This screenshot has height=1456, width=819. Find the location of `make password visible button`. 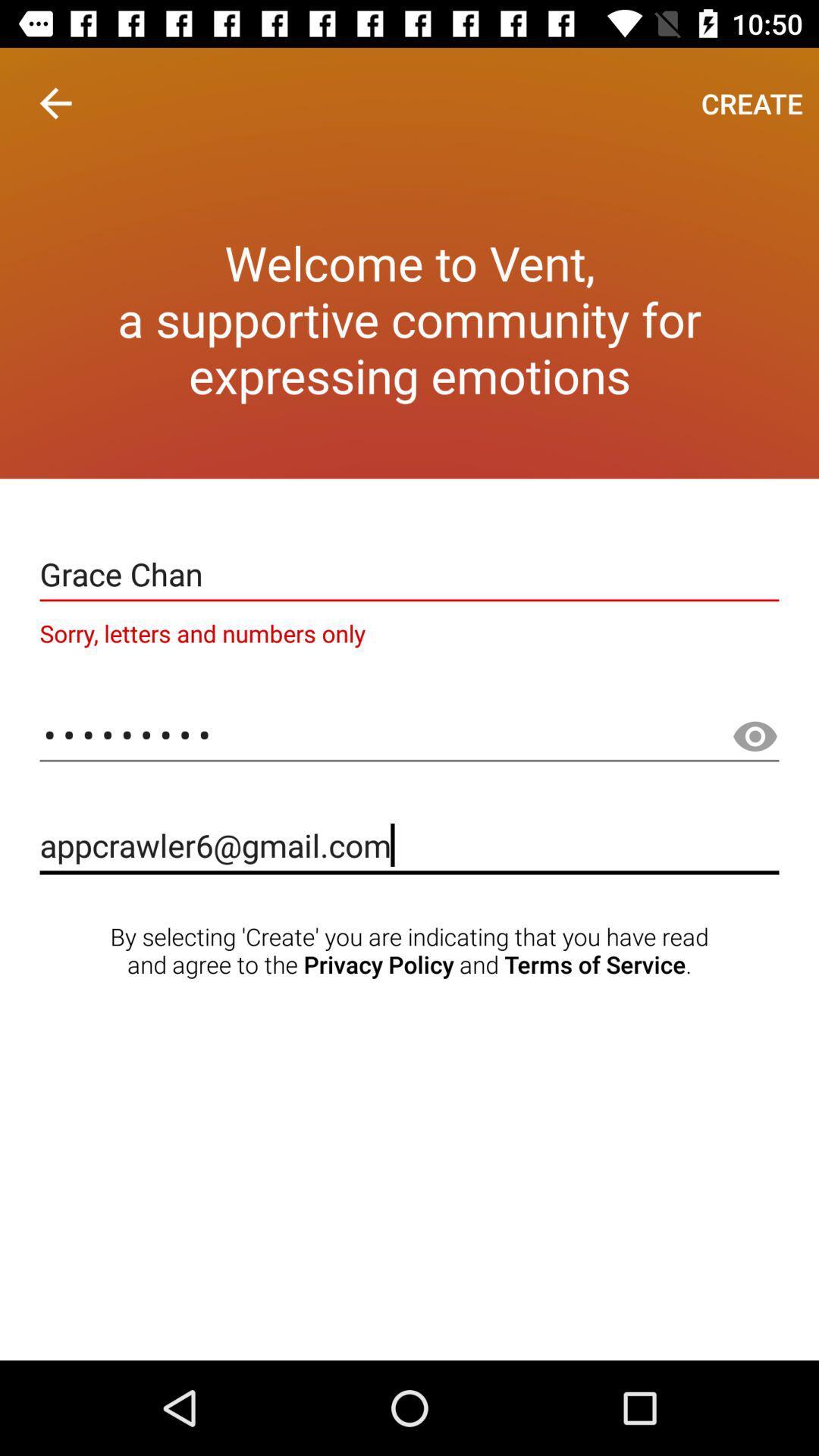

make password visible button is located at coordinates (755, 737).